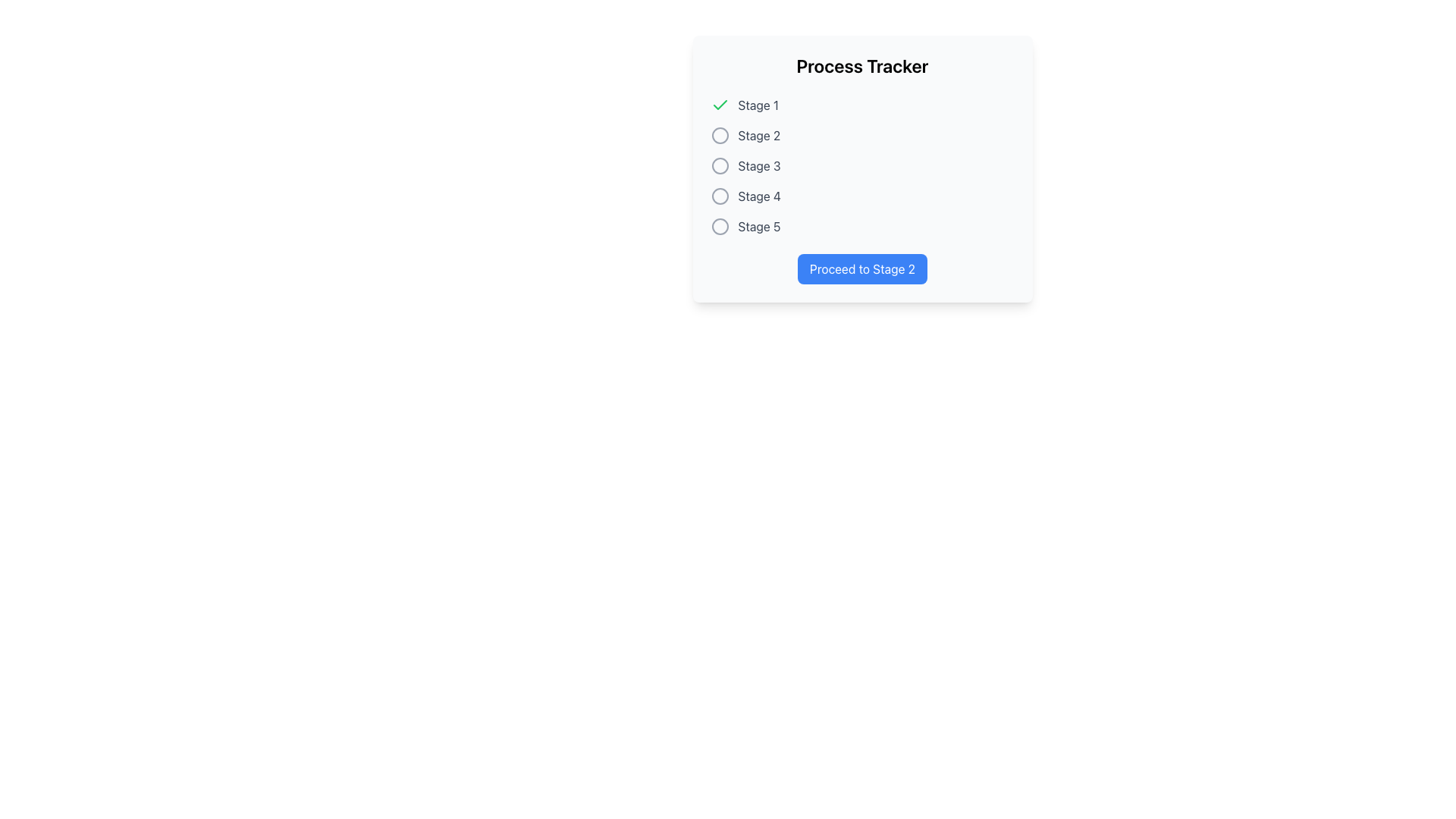  What do you see at coordinates (719, 195) in the screenshot?
I see `the circular icon representing the fourth stage in the process tracker` at bounding box center [719, 195].